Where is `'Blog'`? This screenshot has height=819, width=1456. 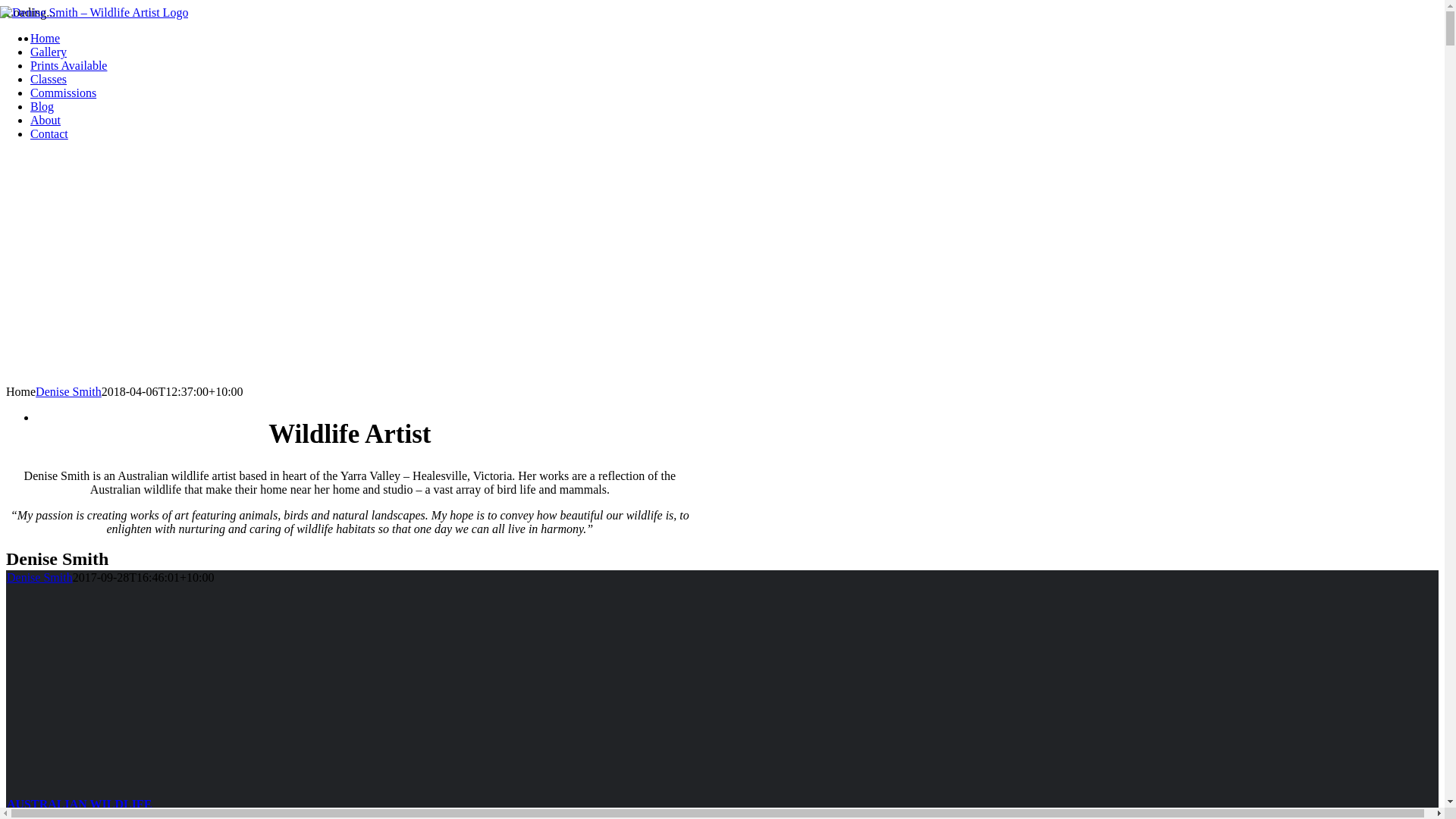 'Blog' is located at coordinates (42, 105).